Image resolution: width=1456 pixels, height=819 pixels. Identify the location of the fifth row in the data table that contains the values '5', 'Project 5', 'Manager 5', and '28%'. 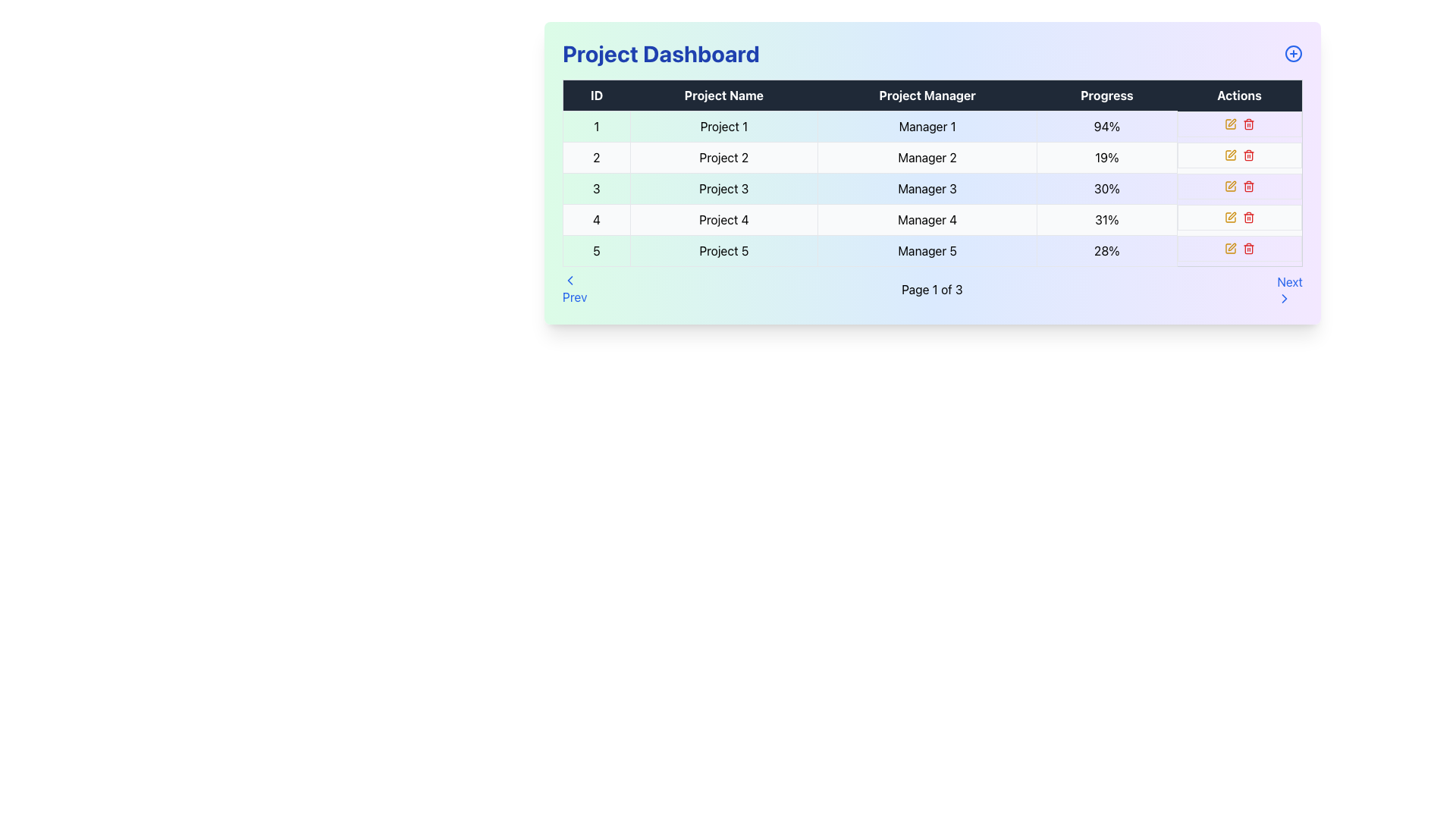
(931, 250).